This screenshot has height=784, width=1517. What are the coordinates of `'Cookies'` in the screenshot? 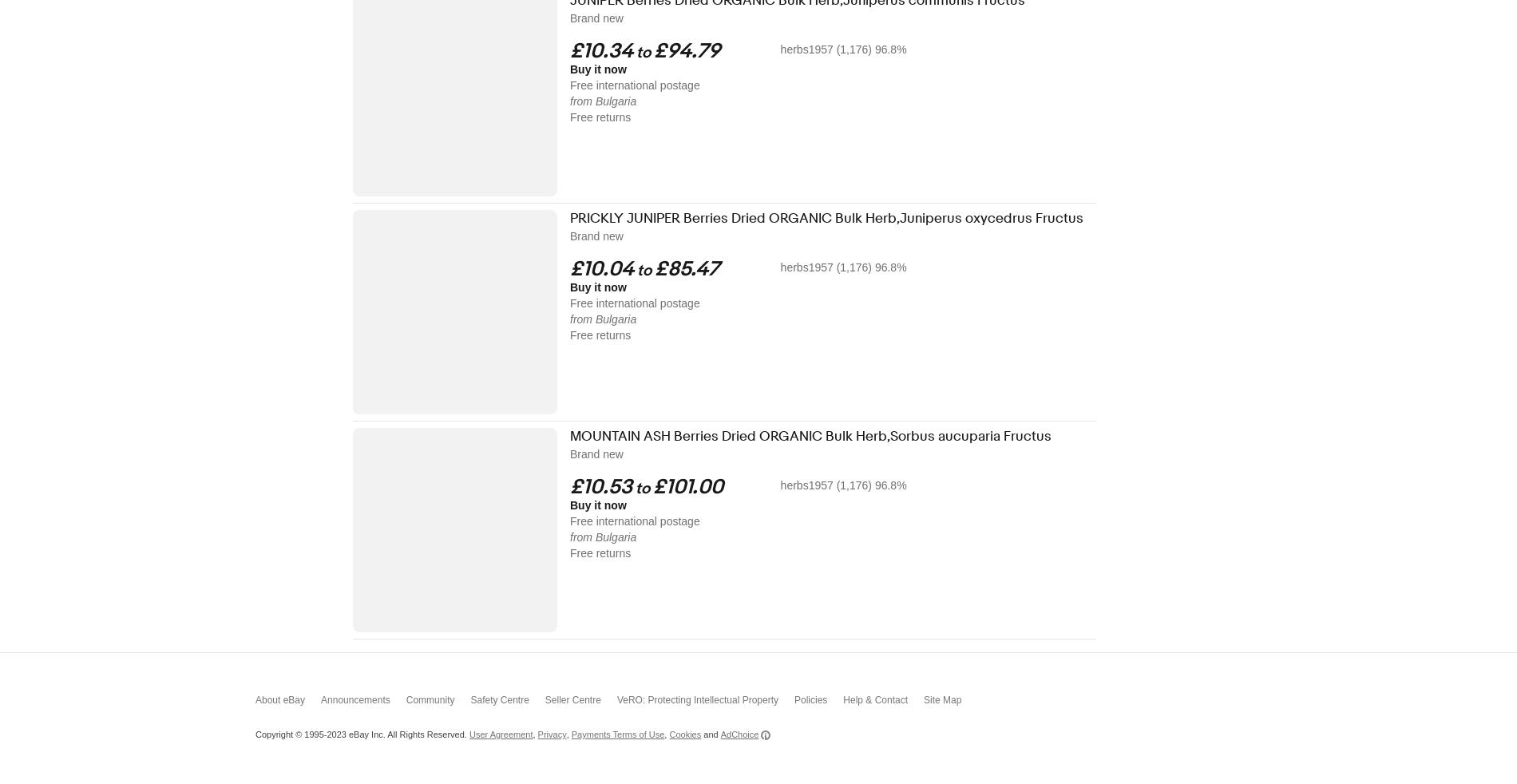 It's located at (668, 735).